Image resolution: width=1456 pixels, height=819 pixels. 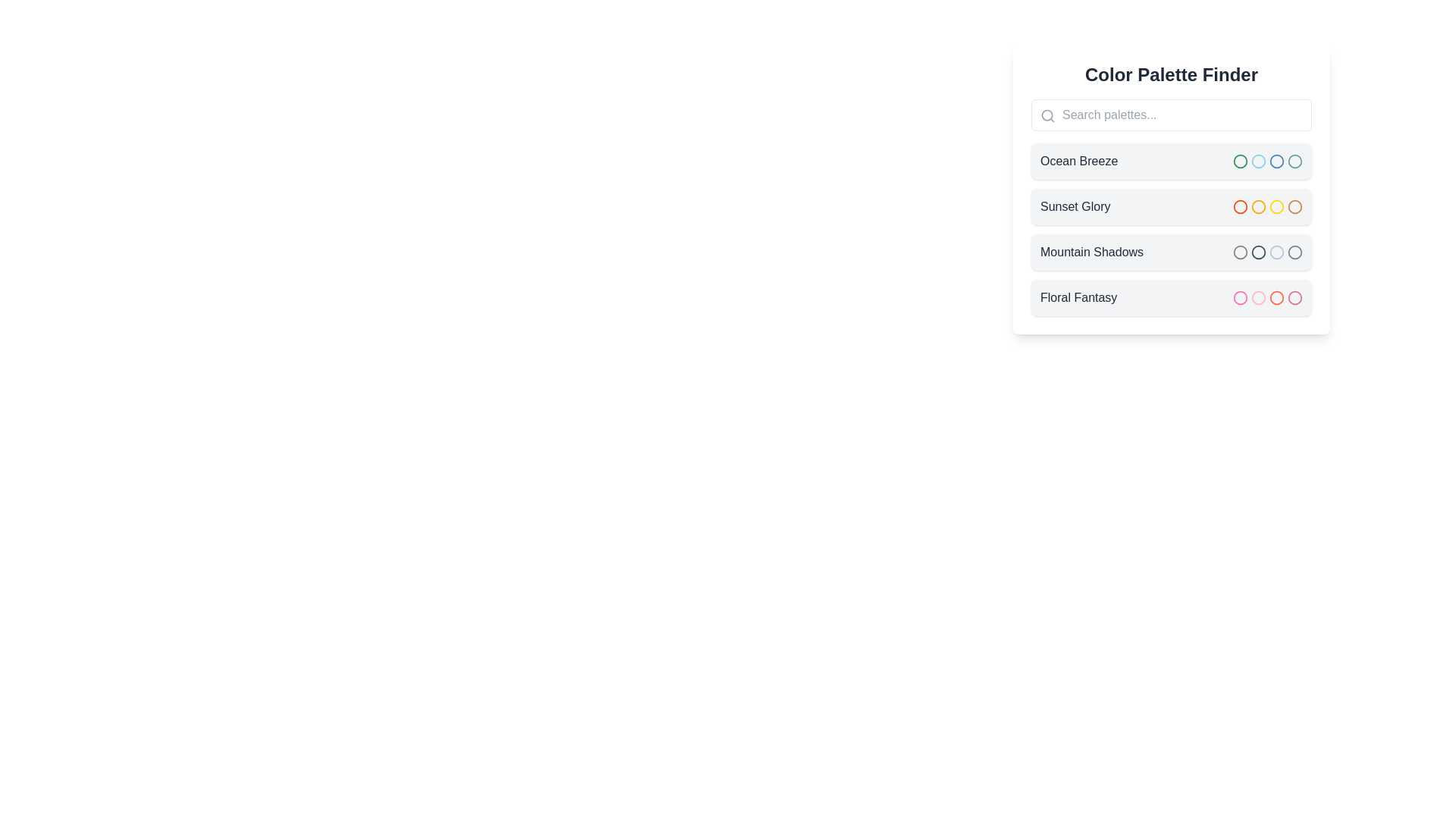 What do you see at coordinates (1171, 207) in the screenshot?
I see `the 'Sunset Glory' color palette selection in the vertical menu` at bounding box center [1171, 207].